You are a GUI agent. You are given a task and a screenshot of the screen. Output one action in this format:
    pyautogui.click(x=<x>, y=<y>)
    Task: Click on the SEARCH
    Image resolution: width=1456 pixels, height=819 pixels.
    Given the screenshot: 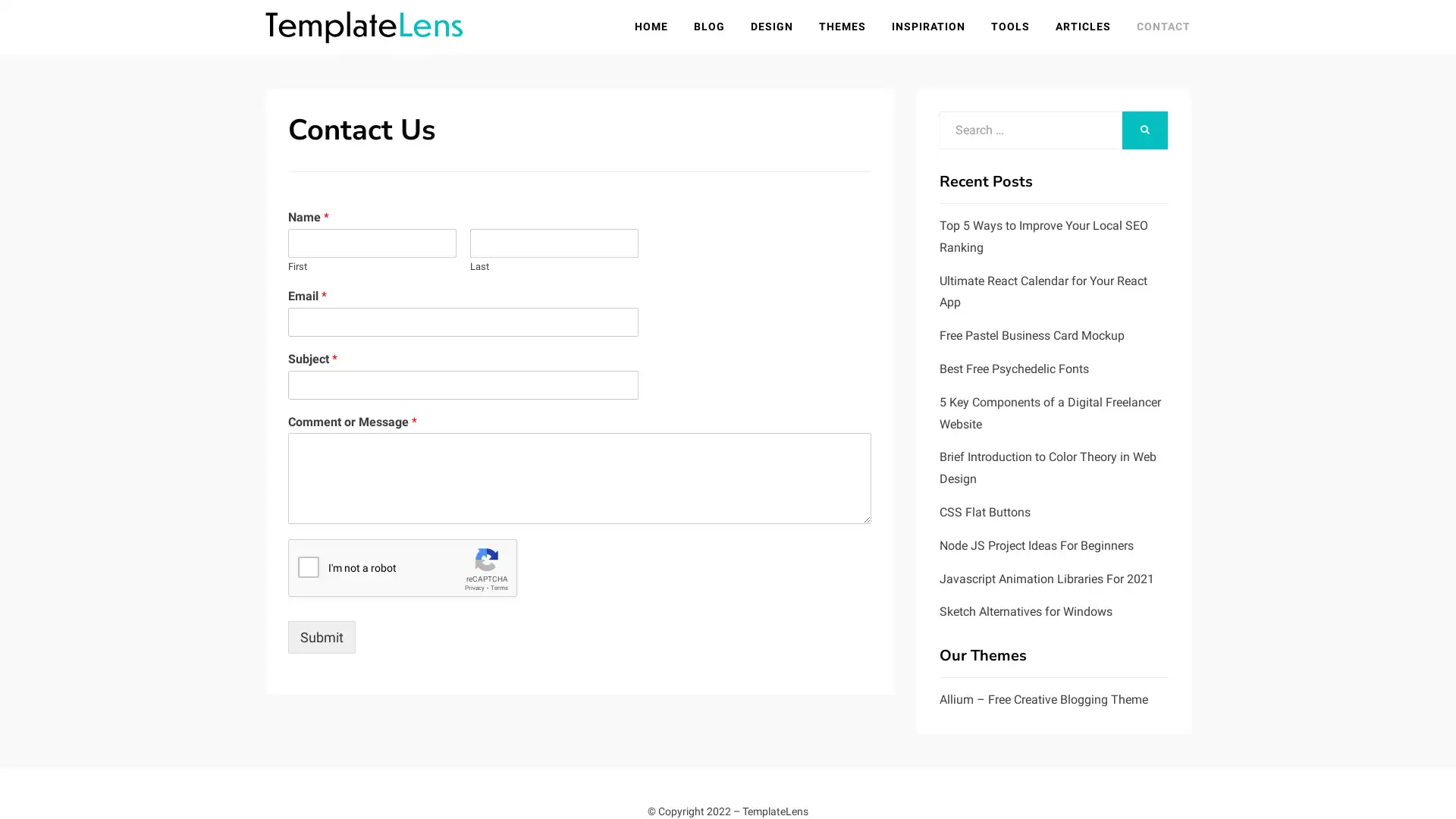 What is the action you would take?
    pyautogui.click(x=1145, y=130)
    